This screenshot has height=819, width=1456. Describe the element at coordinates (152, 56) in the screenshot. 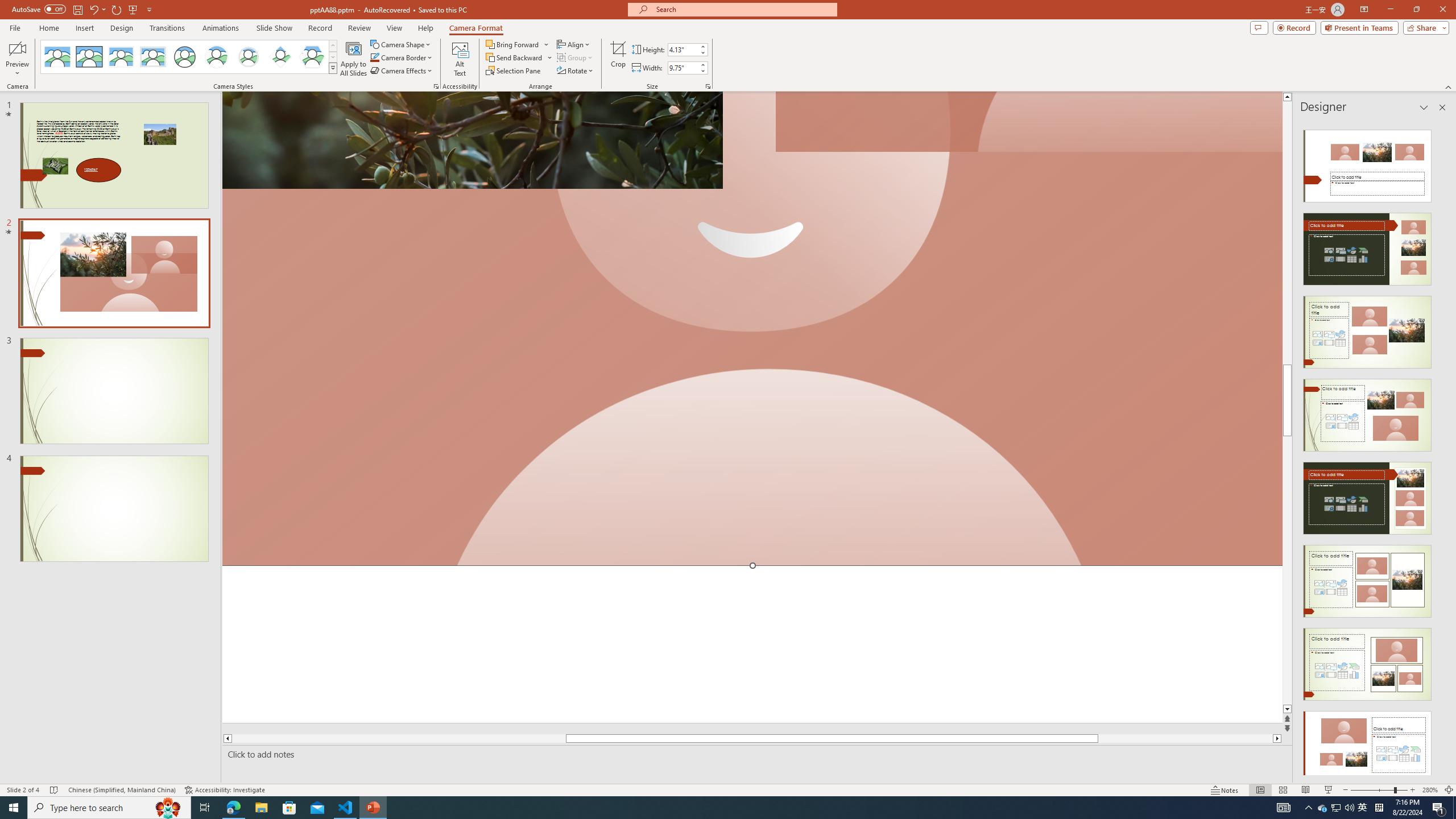

I see `'Soft Edge Rectangle'` at that location.